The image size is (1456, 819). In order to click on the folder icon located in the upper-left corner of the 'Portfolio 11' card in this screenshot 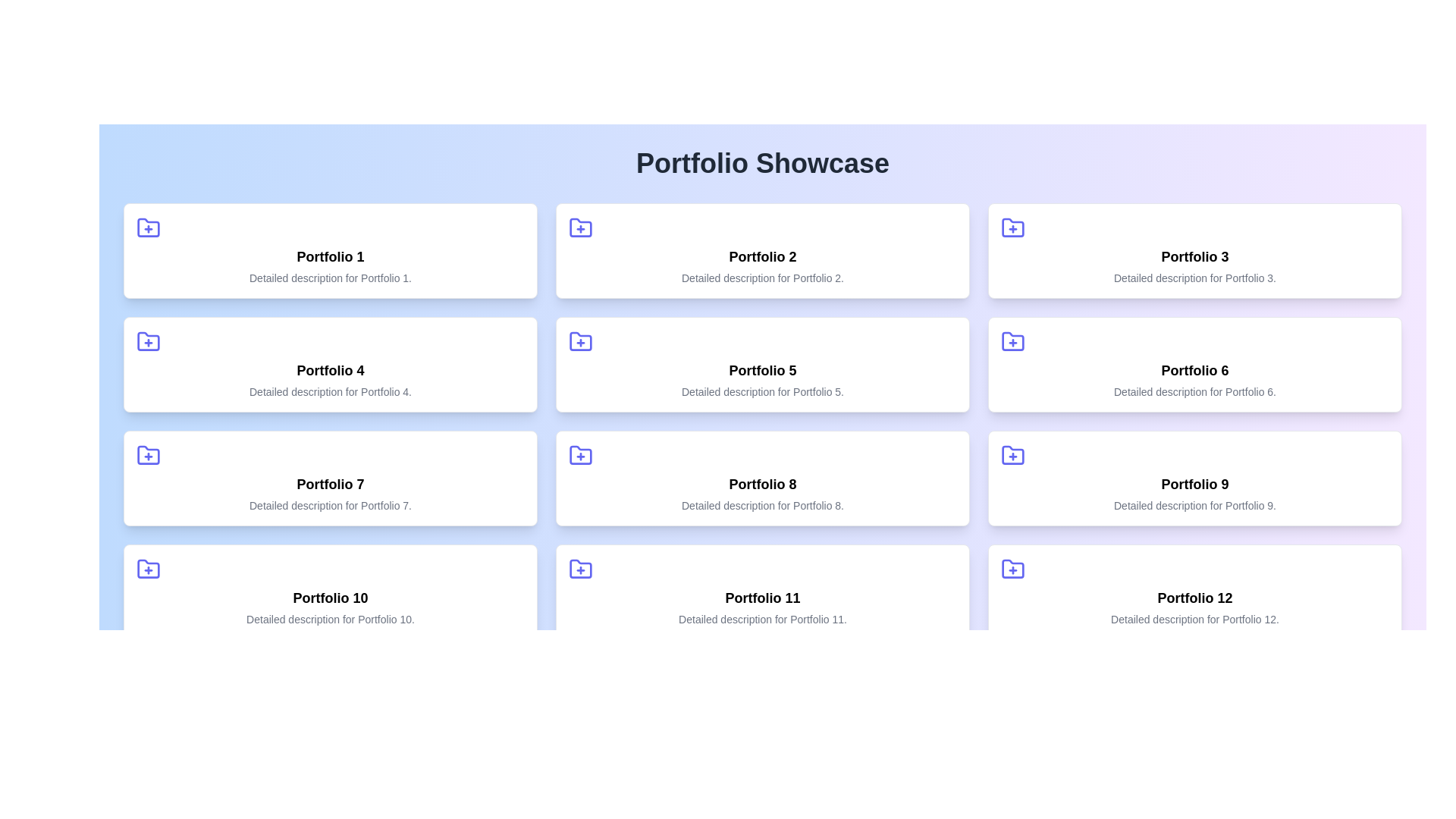, I will do `click(580, 568)`.